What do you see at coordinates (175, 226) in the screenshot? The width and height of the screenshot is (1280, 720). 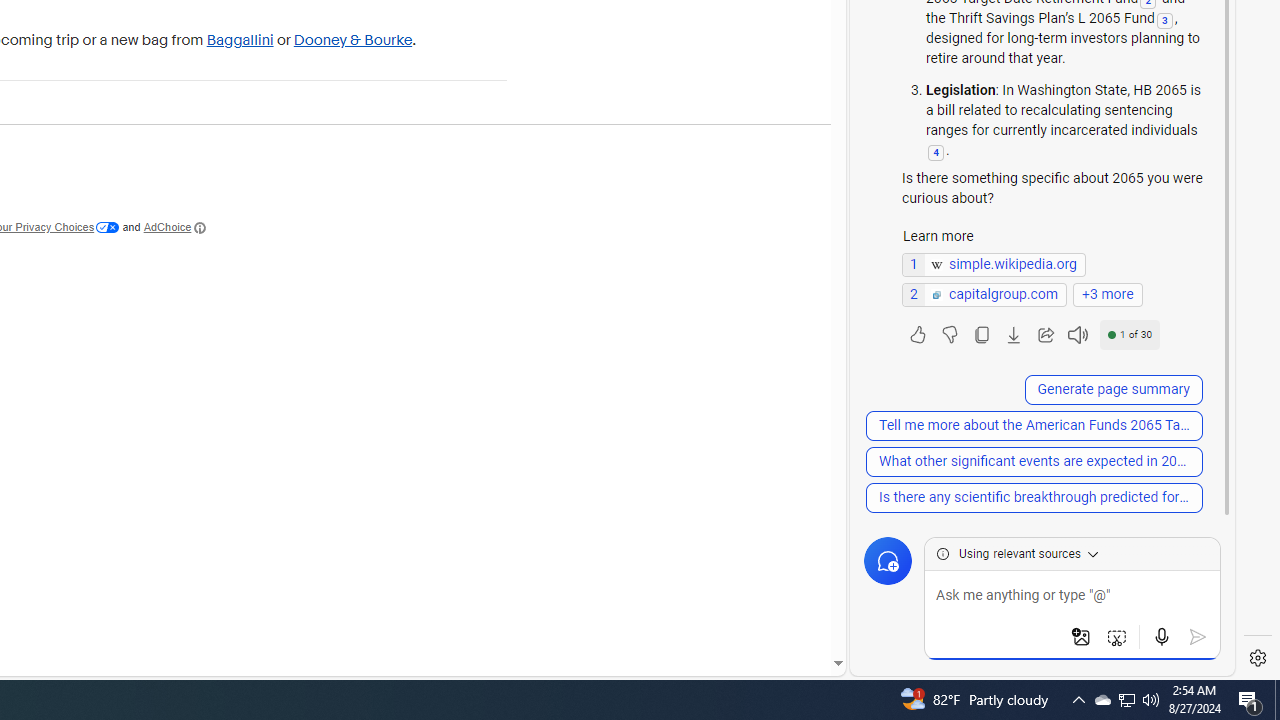 I see `'AdChoice'` at bounding box center [175, 226].